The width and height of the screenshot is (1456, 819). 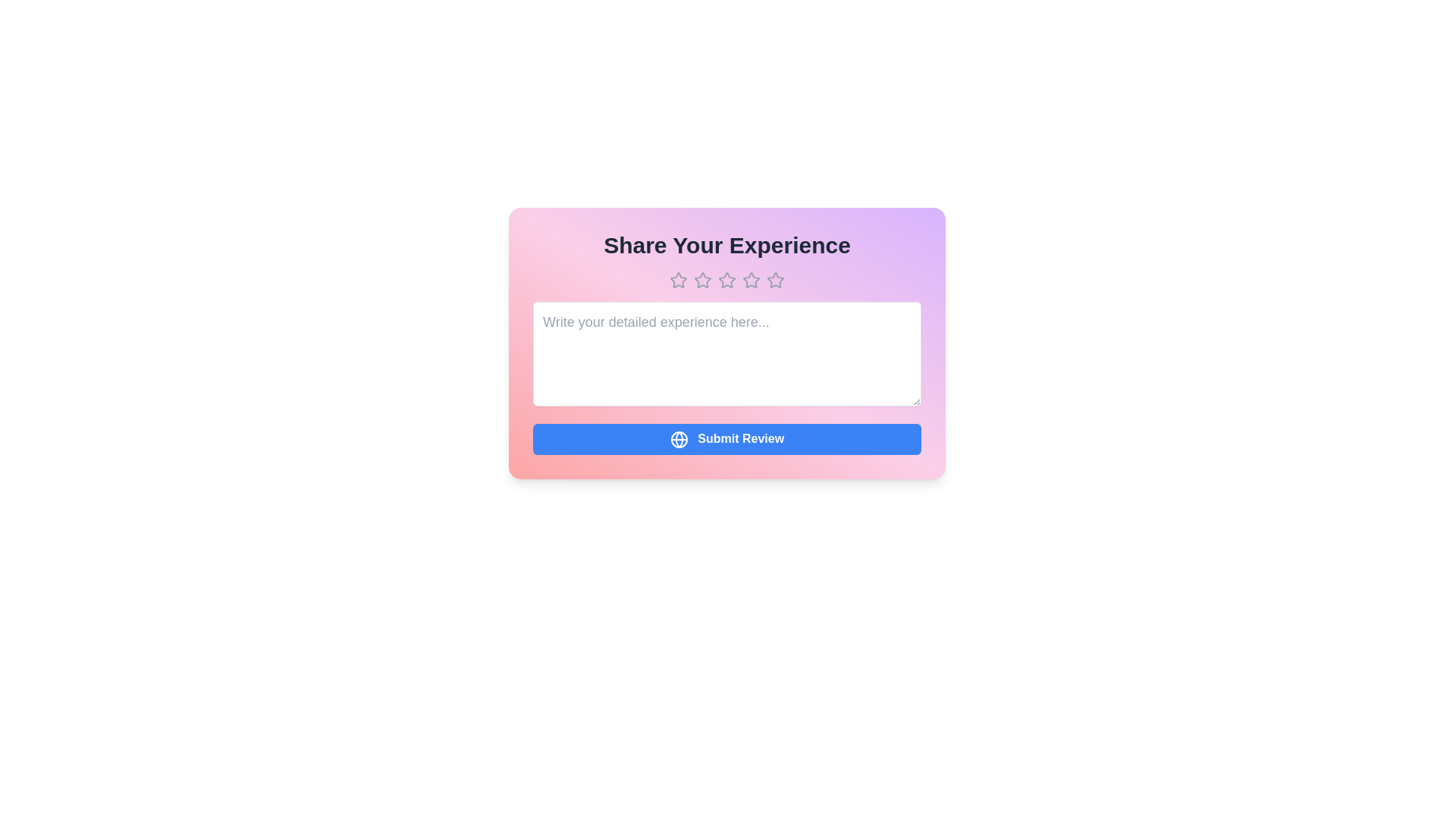 I want to click on the star corresponding to the desired rating 2, so click(x=701, y=281).